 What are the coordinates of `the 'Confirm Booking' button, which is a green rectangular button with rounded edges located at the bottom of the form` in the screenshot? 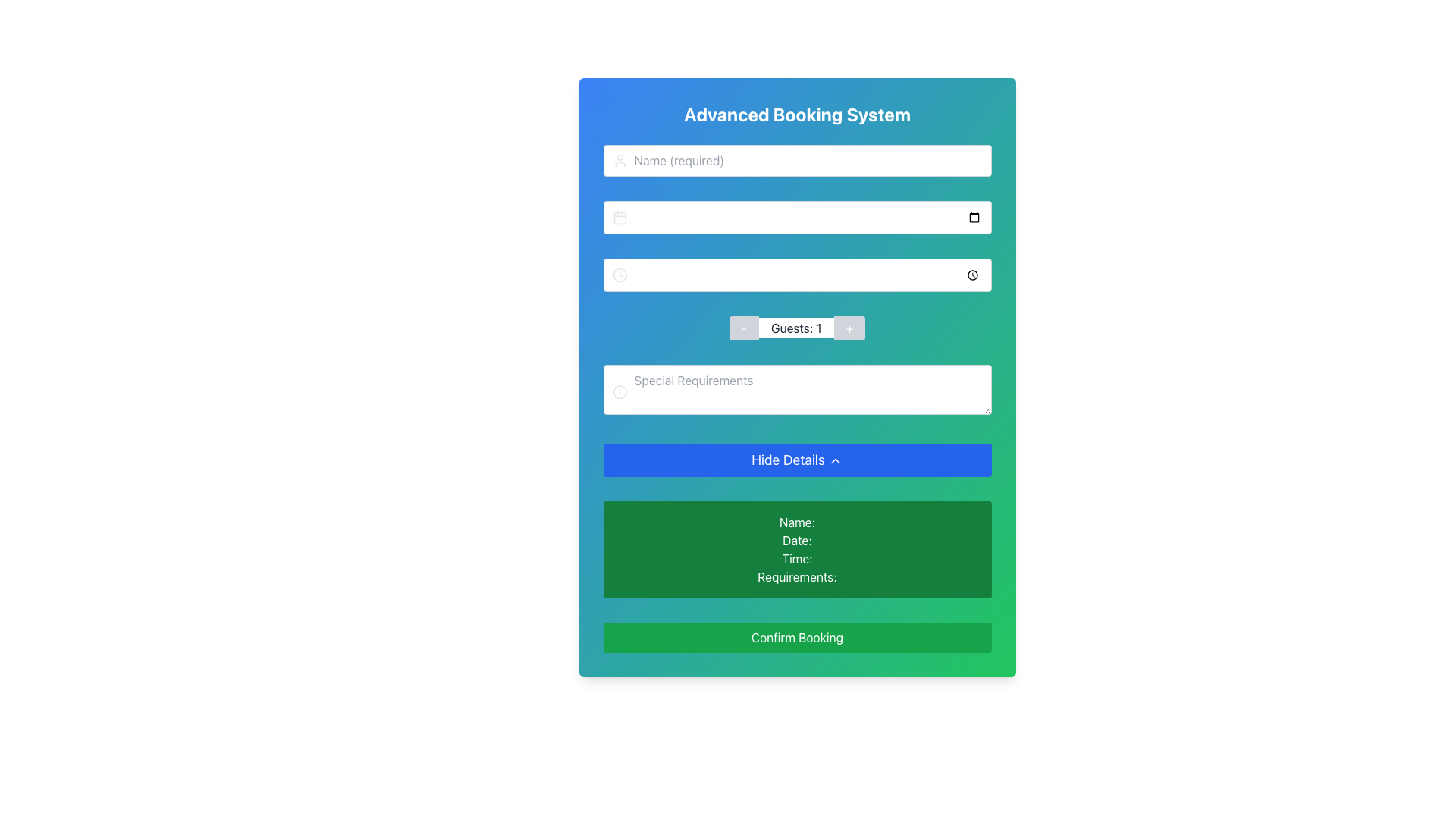 It's located at (796, 637).